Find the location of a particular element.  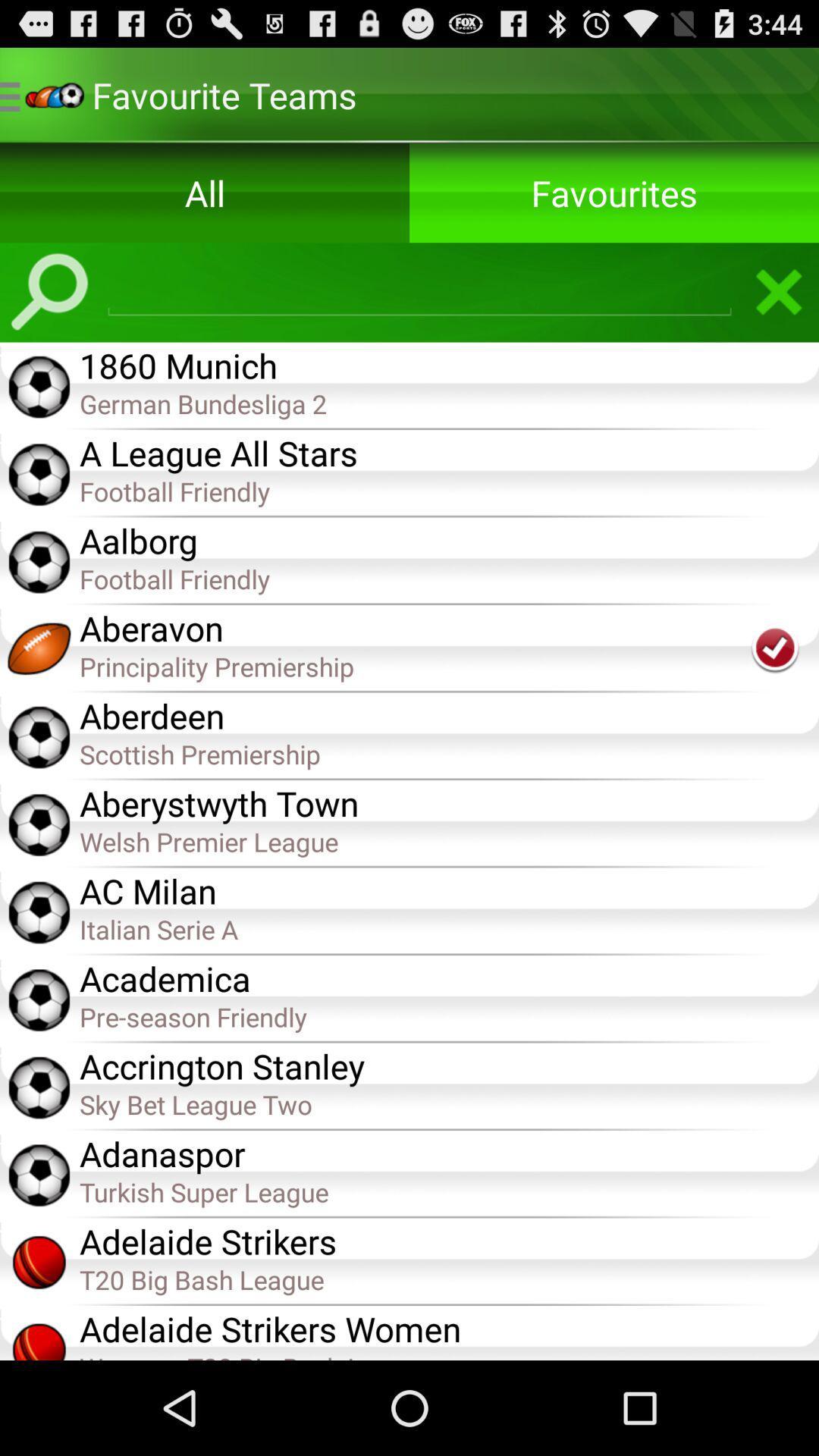

ac milan item is located at coordinates (448, 890).